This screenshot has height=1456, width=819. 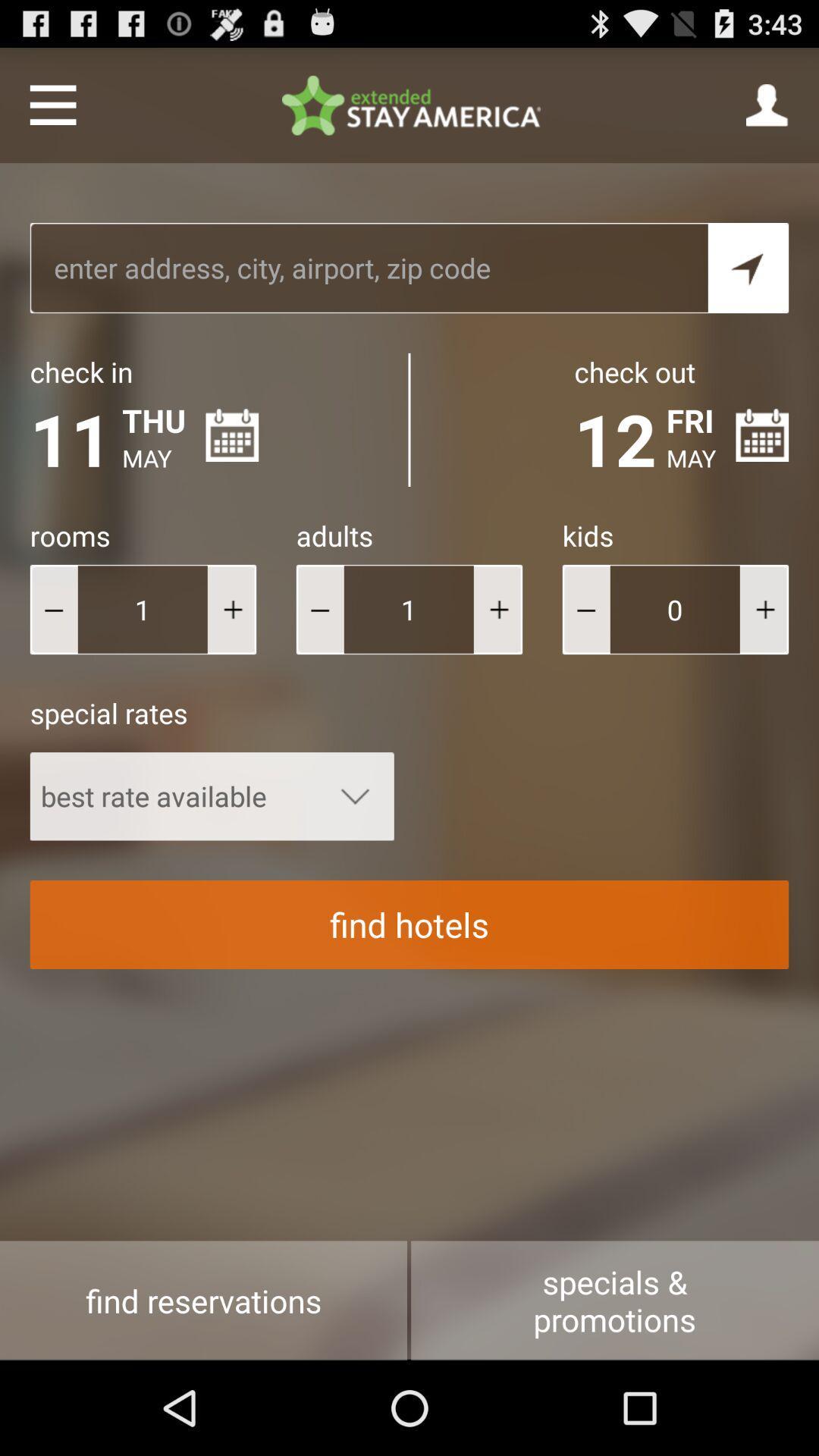 What do you see at coordinates (52, 104) in the screenshot?
I see `show menu` at bounding box center [52, 104].